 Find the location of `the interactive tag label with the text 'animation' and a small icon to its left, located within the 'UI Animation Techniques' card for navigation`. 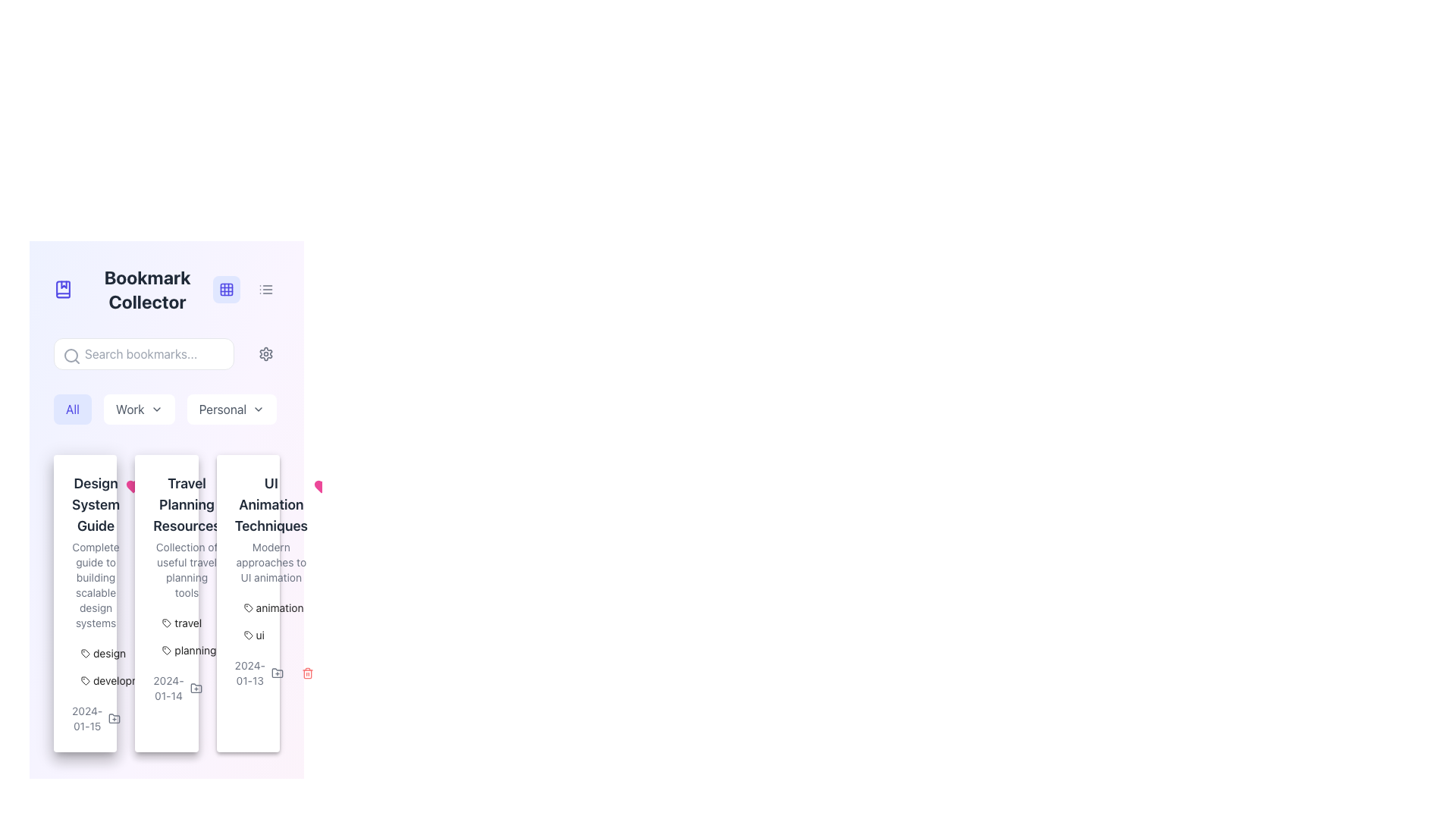

the interactive tag label with the text 'animation' and a small icon to its left, located within the 'UI Animation Techniques' card for navigation is located at coordinates (274, 607).